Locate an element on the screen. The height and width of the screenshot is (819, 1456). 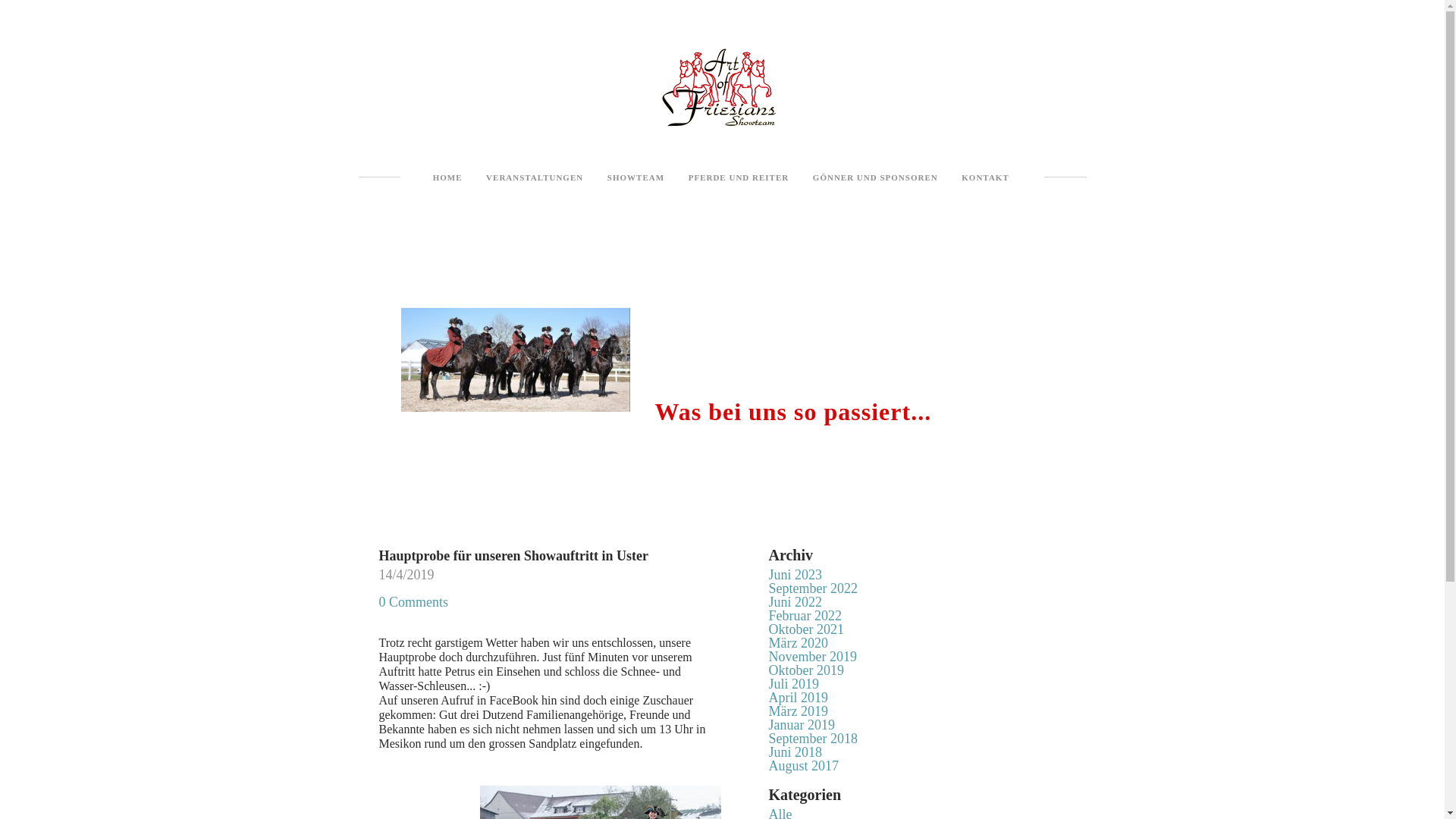
'SHOWTEAM' is located at coordinates (635, 177).